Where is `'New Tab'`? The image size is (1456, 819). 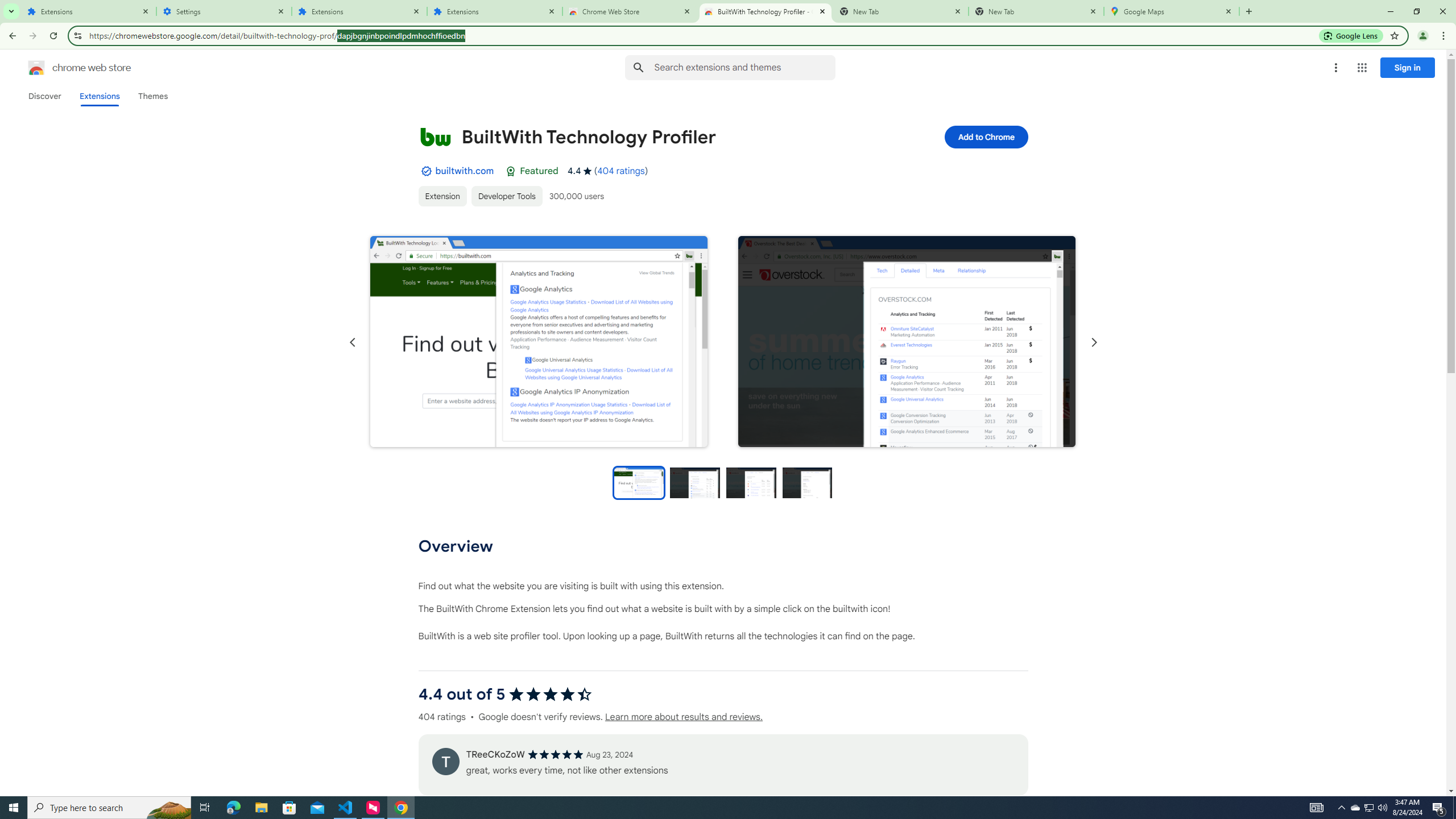
'New Tab' is located at coordinates (1036, 11).